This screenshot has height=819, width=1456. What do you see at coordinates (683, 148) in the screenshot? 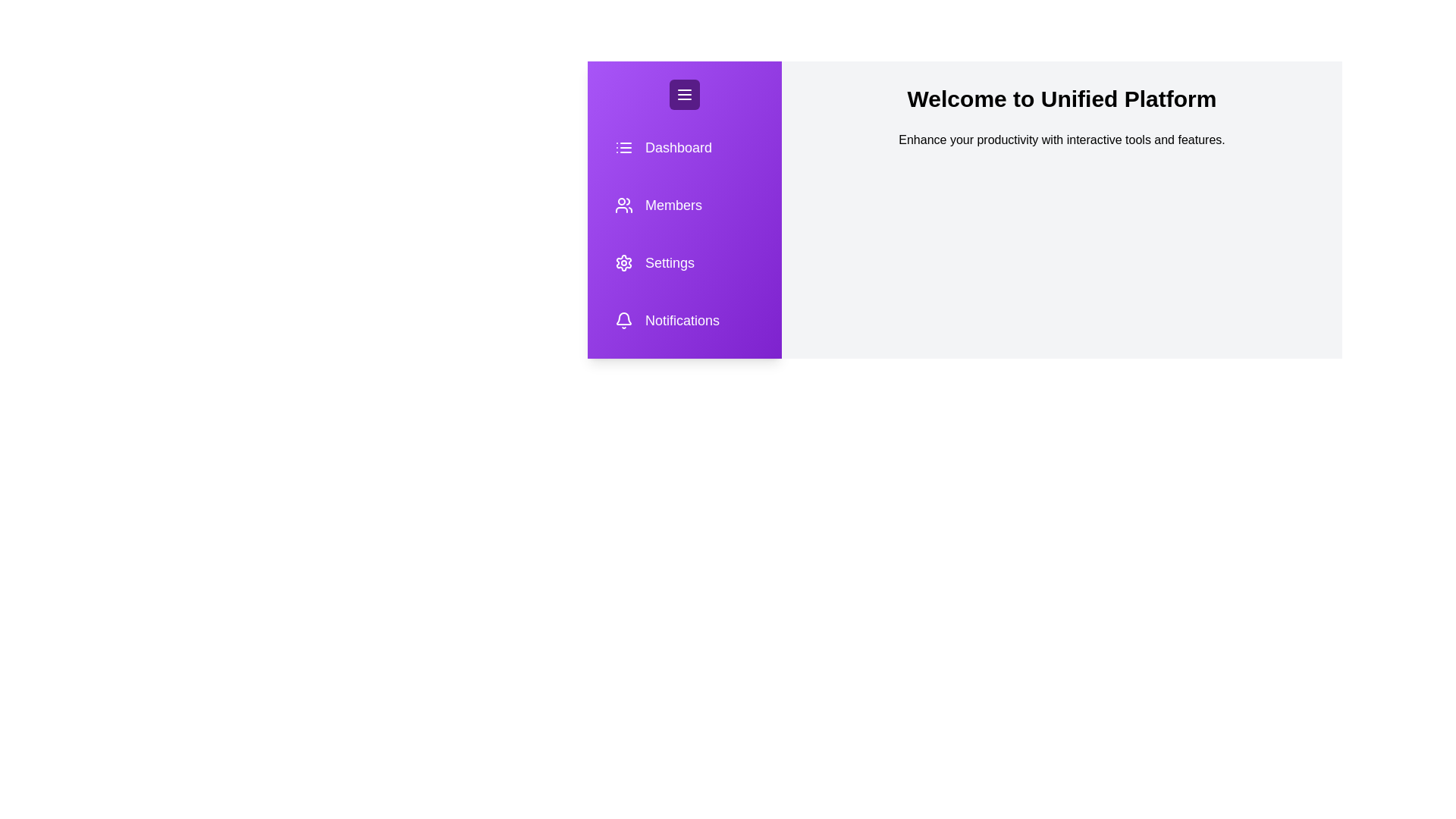
I see `the sidebar item labeled Dashboard` at bounding box center [683, 148].